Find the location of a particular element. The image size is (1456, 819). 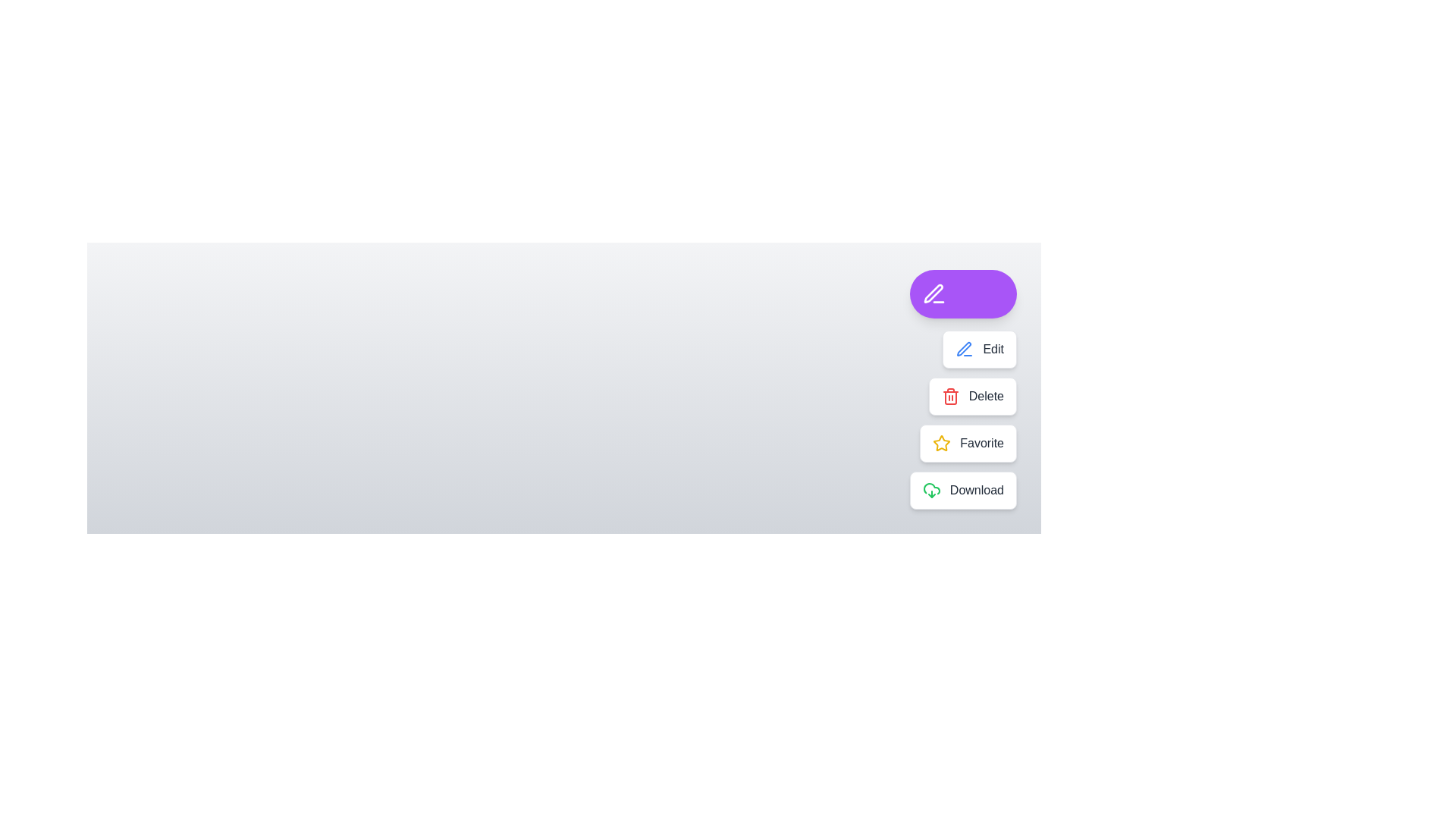

the button labeled Favorite to observe its effect is located at coordinates (967, 444).